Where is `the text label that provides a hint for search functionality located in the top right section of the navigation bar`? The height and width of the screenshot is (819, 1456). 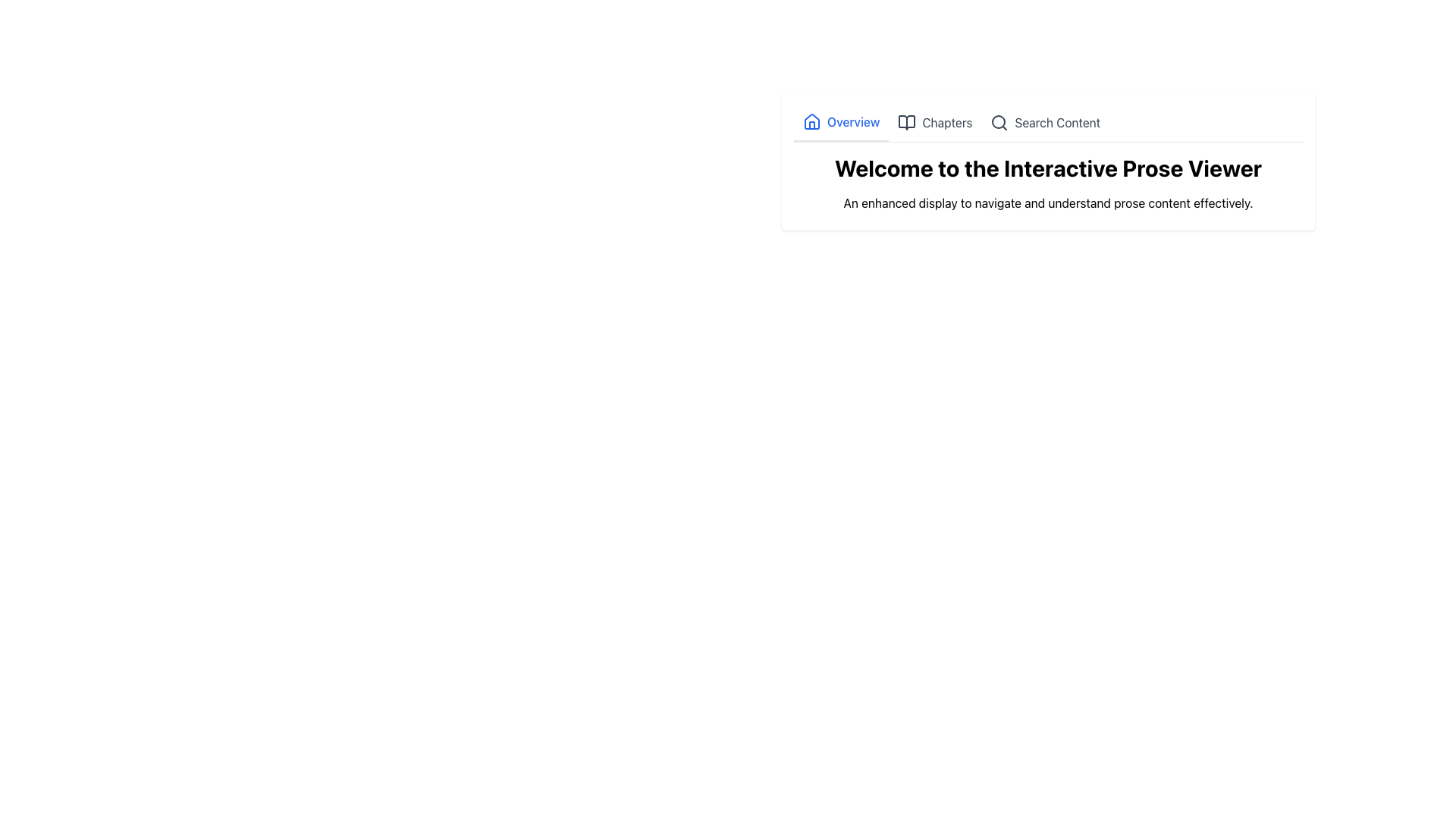 the text label that provides a hint for search functionality located in the top right section of the navigation bar is located at coordinates (1056, 122).